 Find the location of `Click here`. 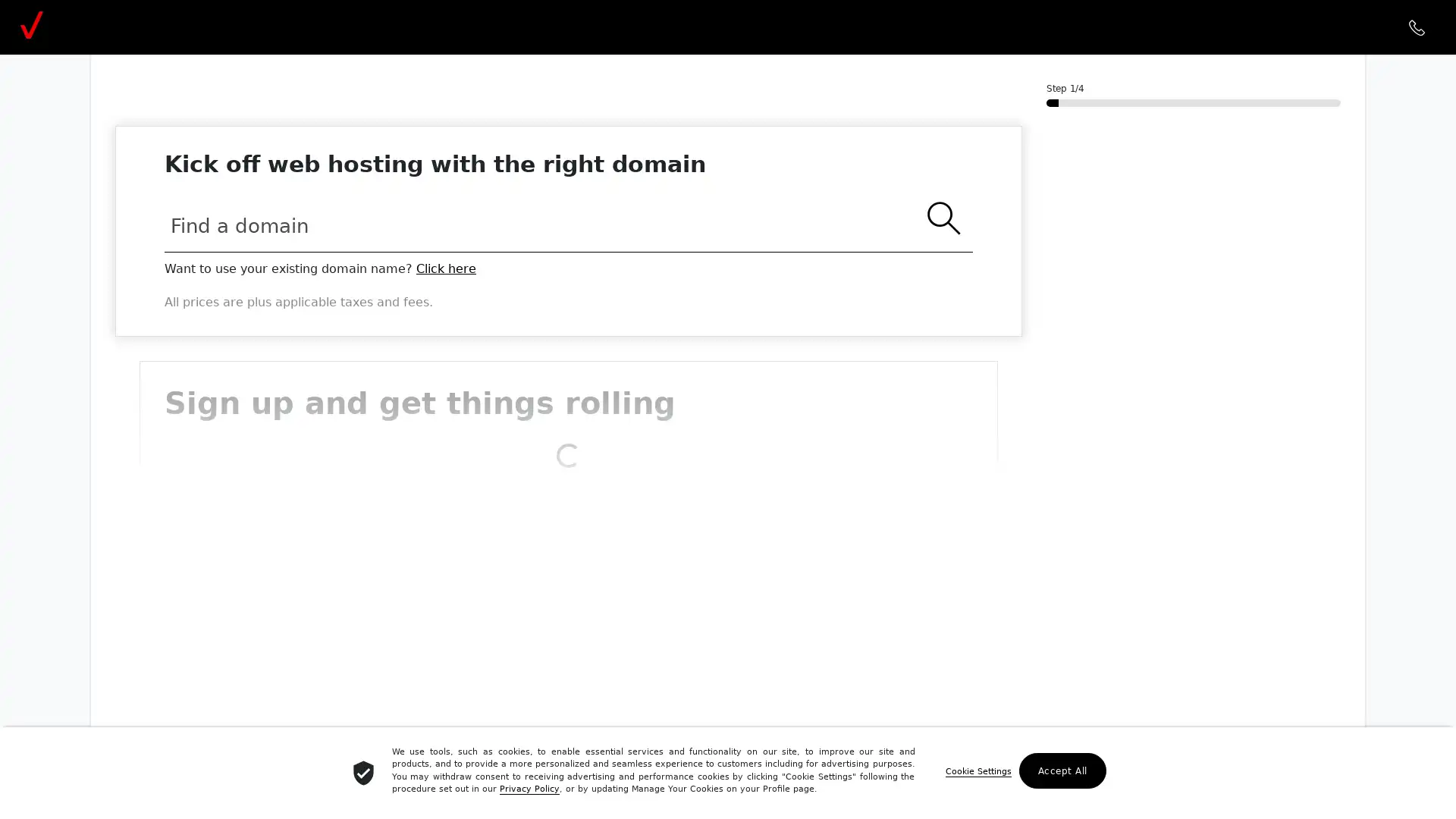

Click here is located at coordinates (445, 268).